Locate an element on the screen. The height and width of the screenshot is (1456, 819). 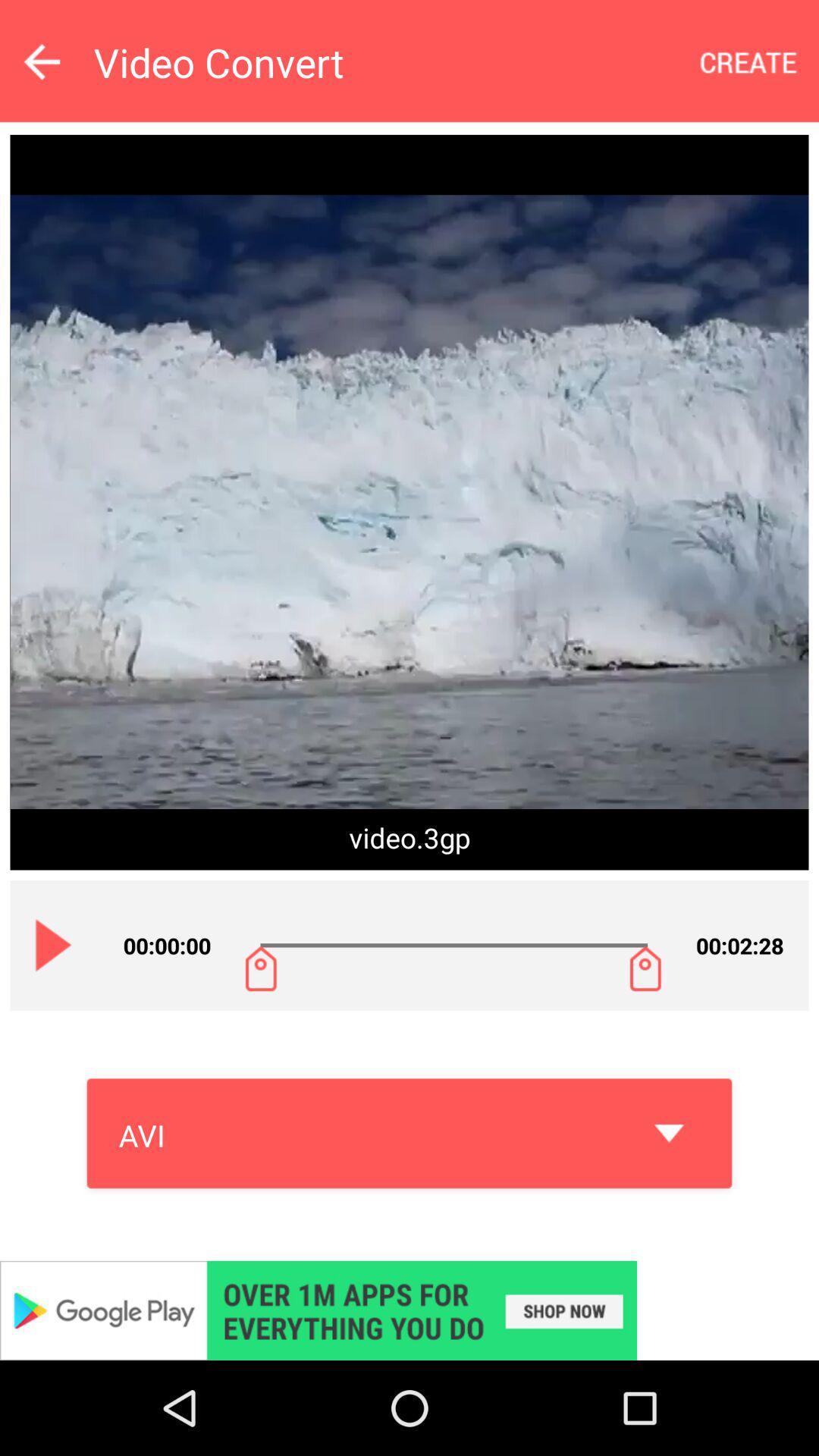
go back is located at coordinates (41, 61).